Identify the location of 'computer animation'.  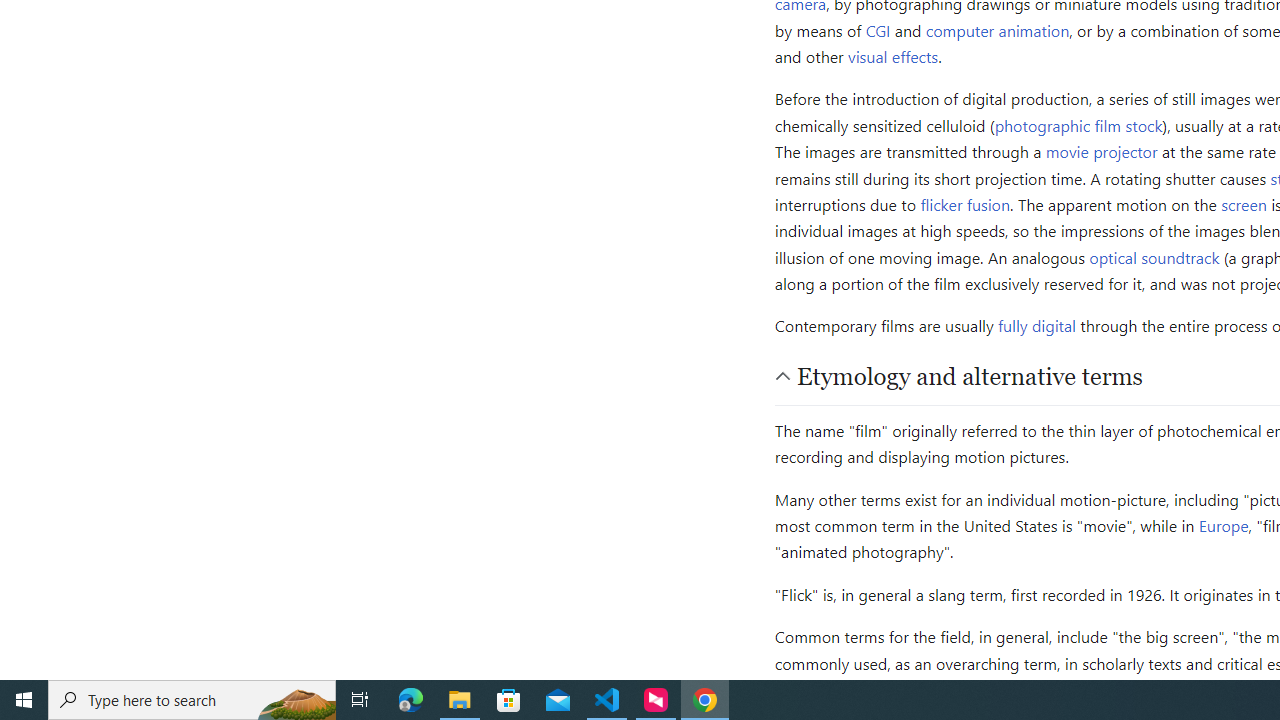
(997, 29).